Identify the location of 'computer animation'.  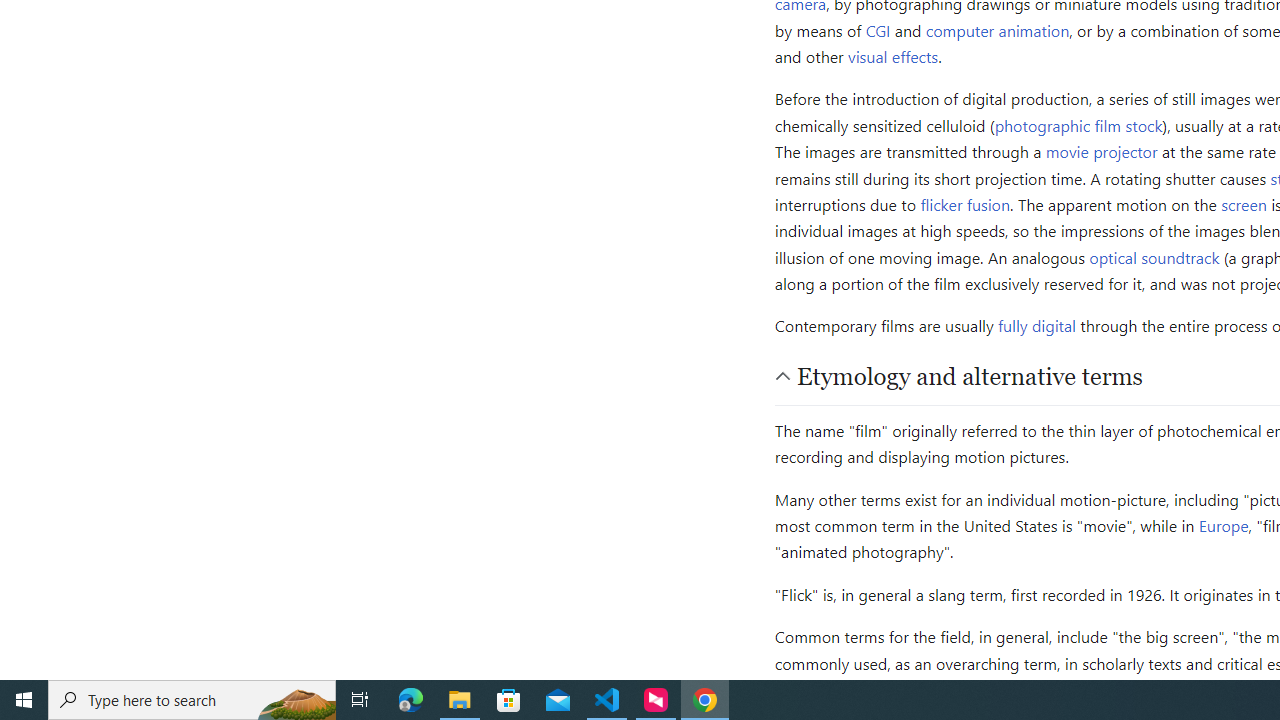
(997, 29).